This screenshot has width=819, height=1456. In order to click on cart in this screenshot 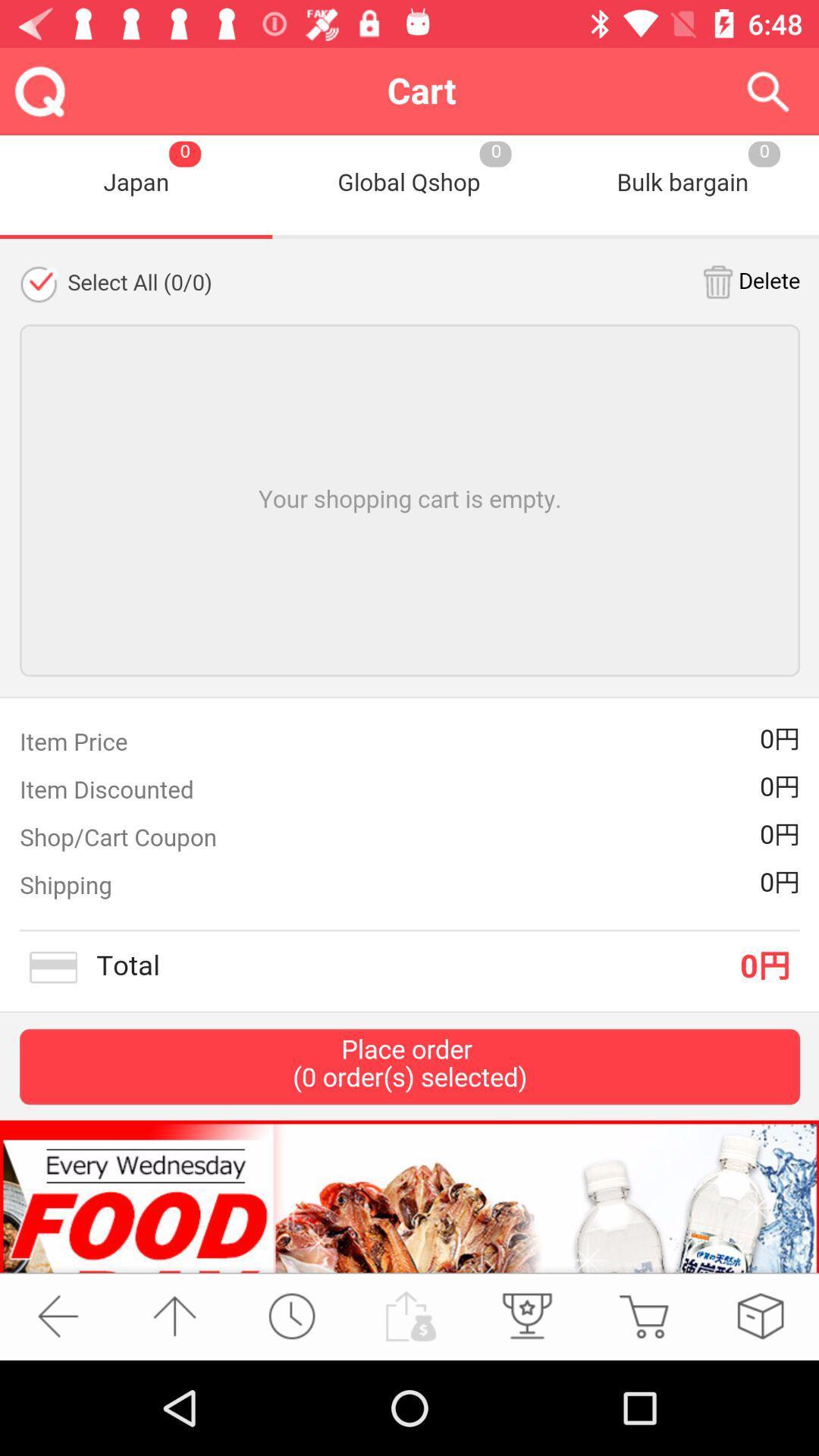, I will do `click(643, 1315)`.